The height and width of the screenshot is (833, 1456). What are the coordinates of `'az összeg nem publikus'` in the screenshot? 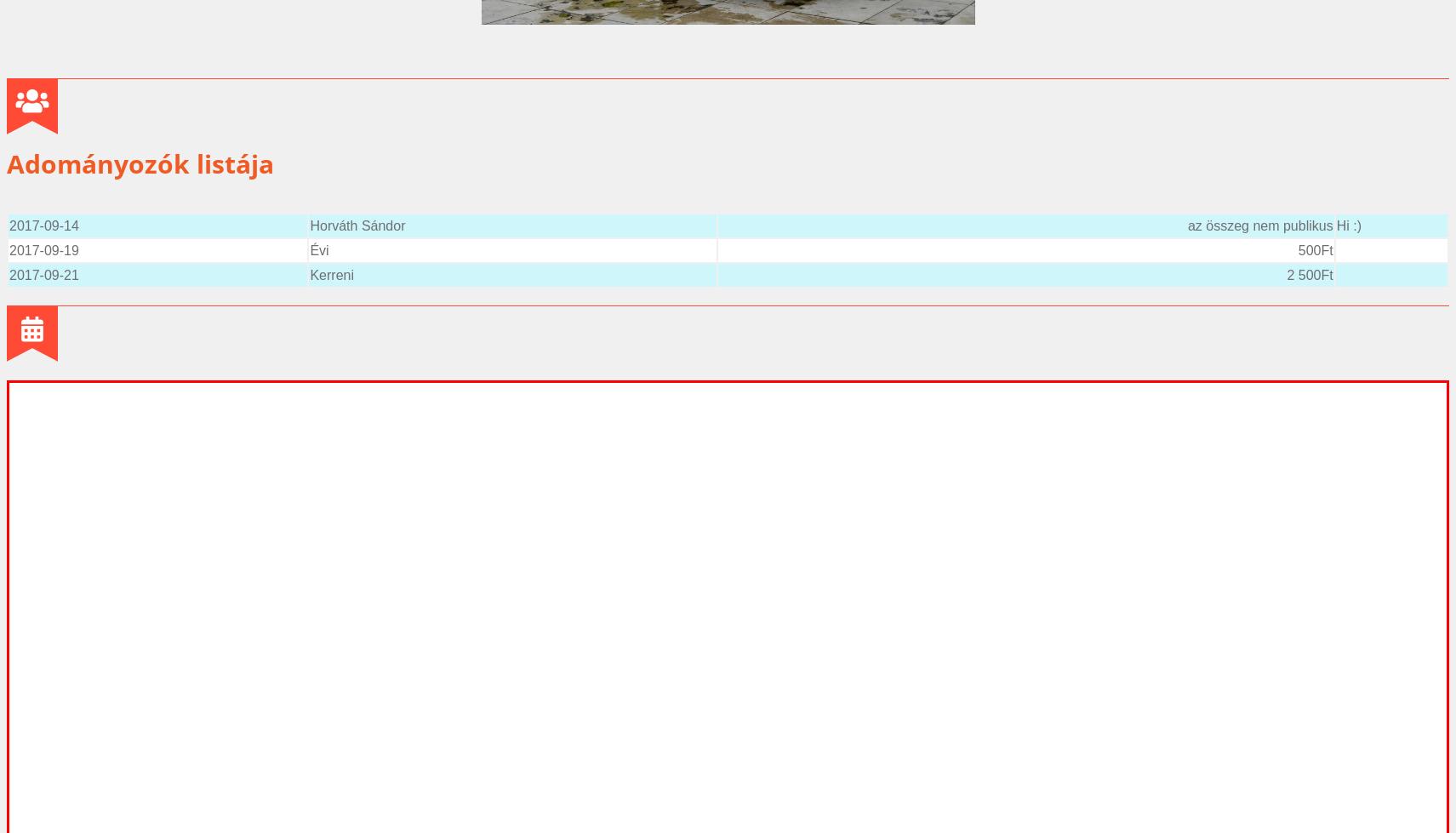 It's located at (1259, 225).